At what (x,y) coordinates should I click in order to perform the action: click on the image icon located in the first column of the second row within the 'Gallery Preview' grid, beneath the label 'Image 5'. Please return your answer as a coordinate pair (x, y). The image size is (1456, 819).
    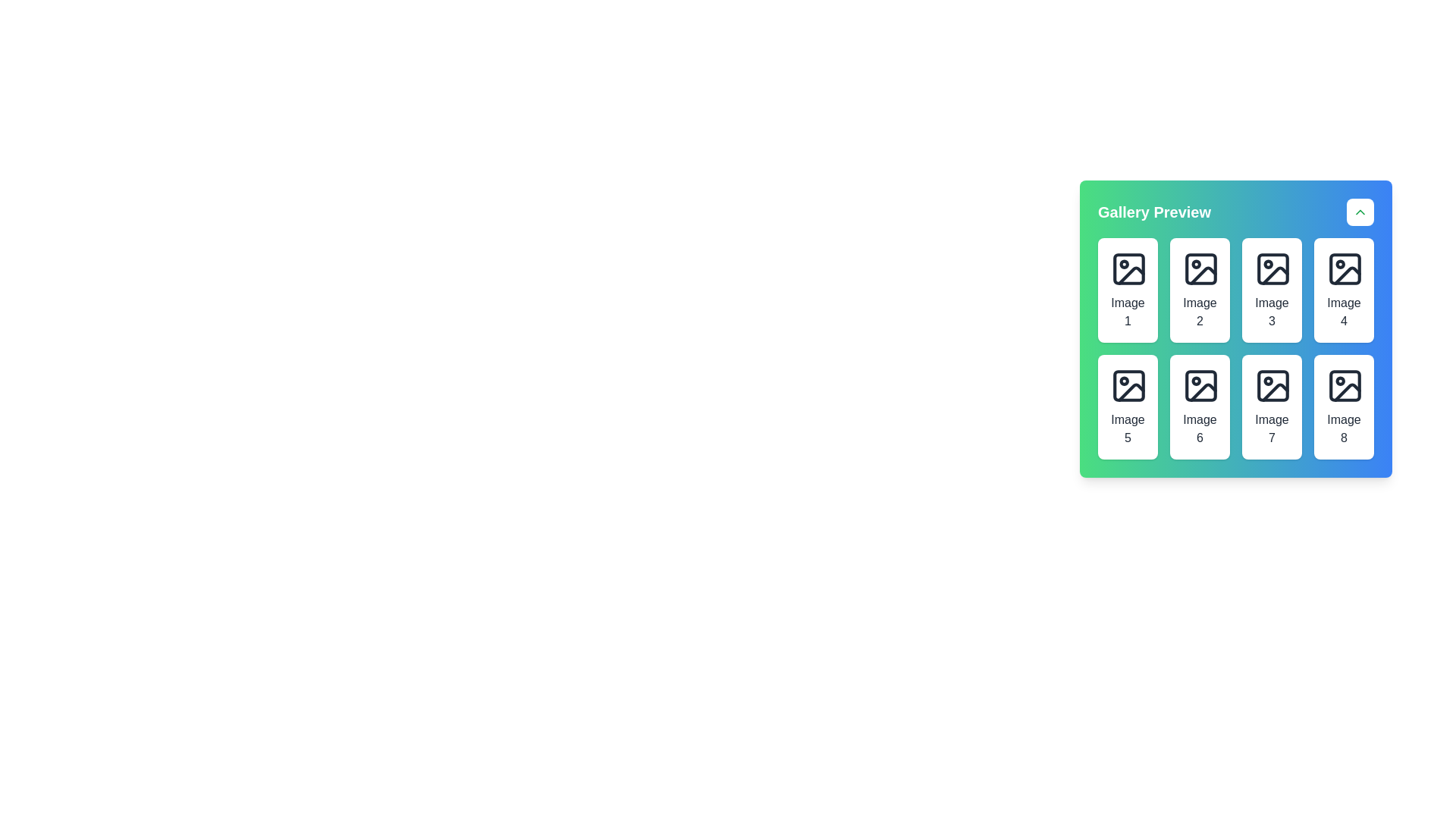
    Looking at the image, I should click on (1128, 385).